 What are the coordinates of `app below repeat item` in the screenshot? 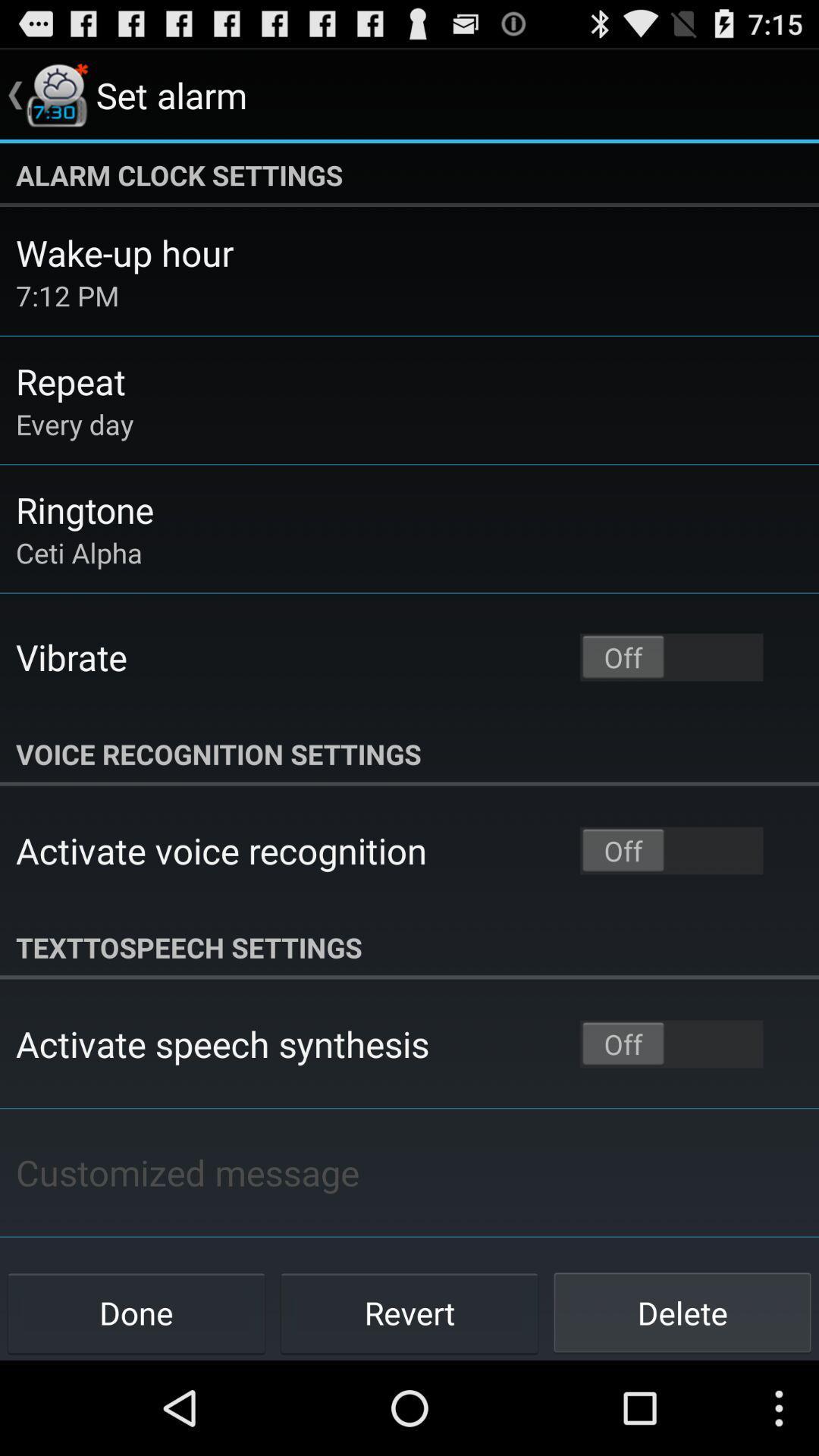 It's located at (74, 424).